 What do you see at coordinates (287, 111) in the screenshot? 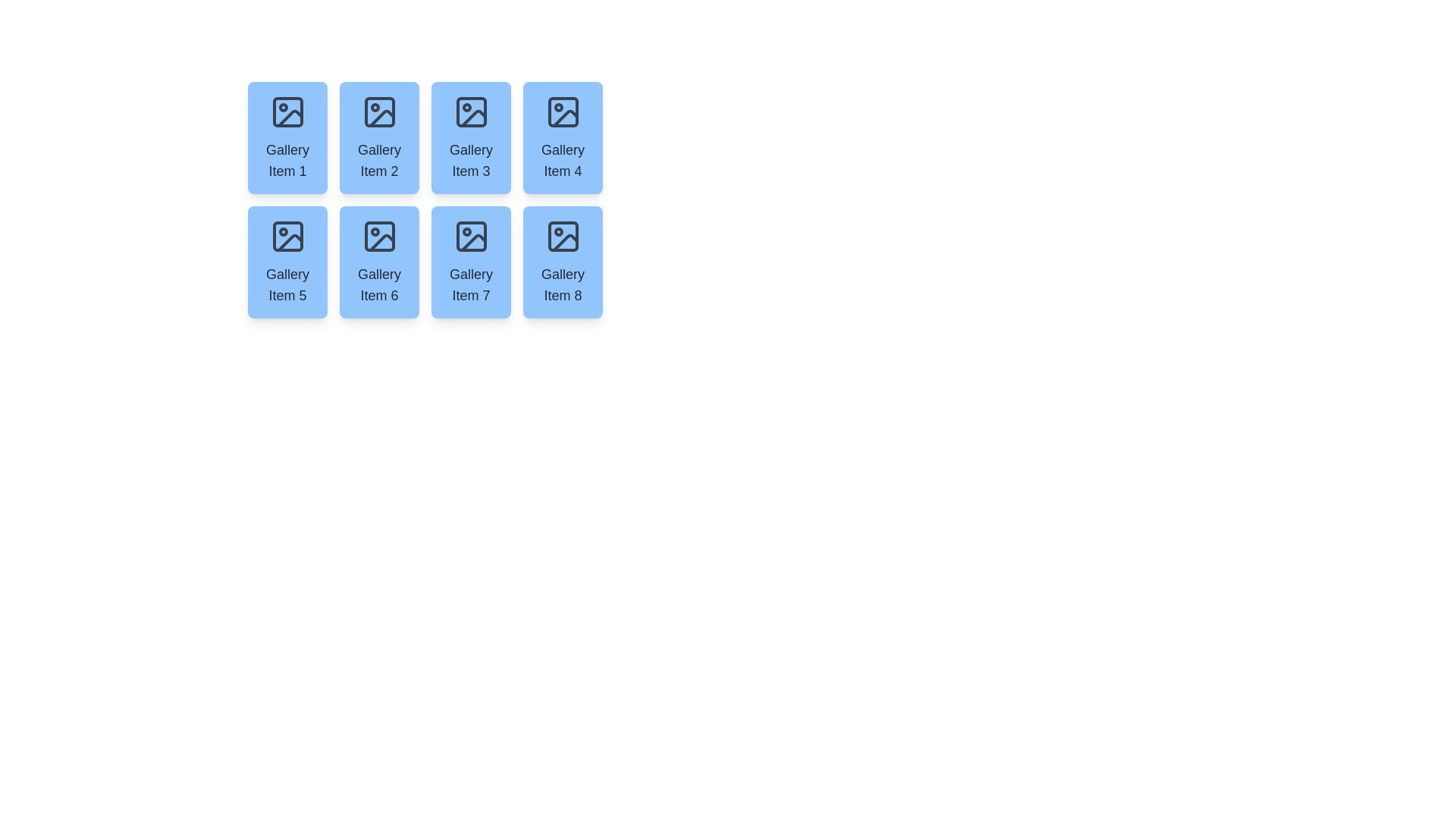
I see `the icon resembling an image placeholder with a mountain and a sun, located at the upper-center of the button labeled 'Gallery Item 1'` at bounding box center [287, 111].